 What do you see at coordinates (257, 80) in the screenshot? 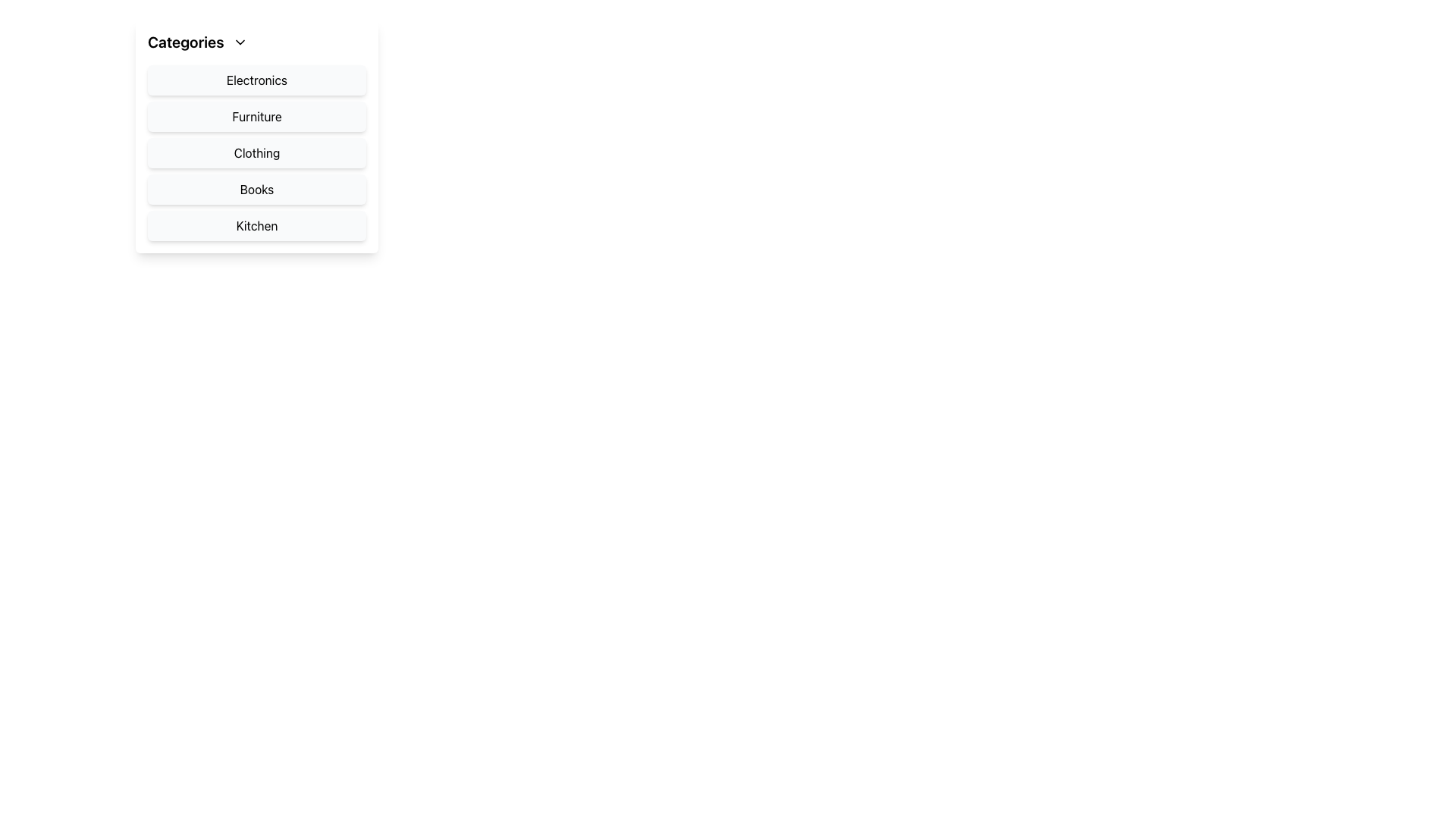
I see `the first button under the 'Categories' heading` at bounding box center [257, 80].